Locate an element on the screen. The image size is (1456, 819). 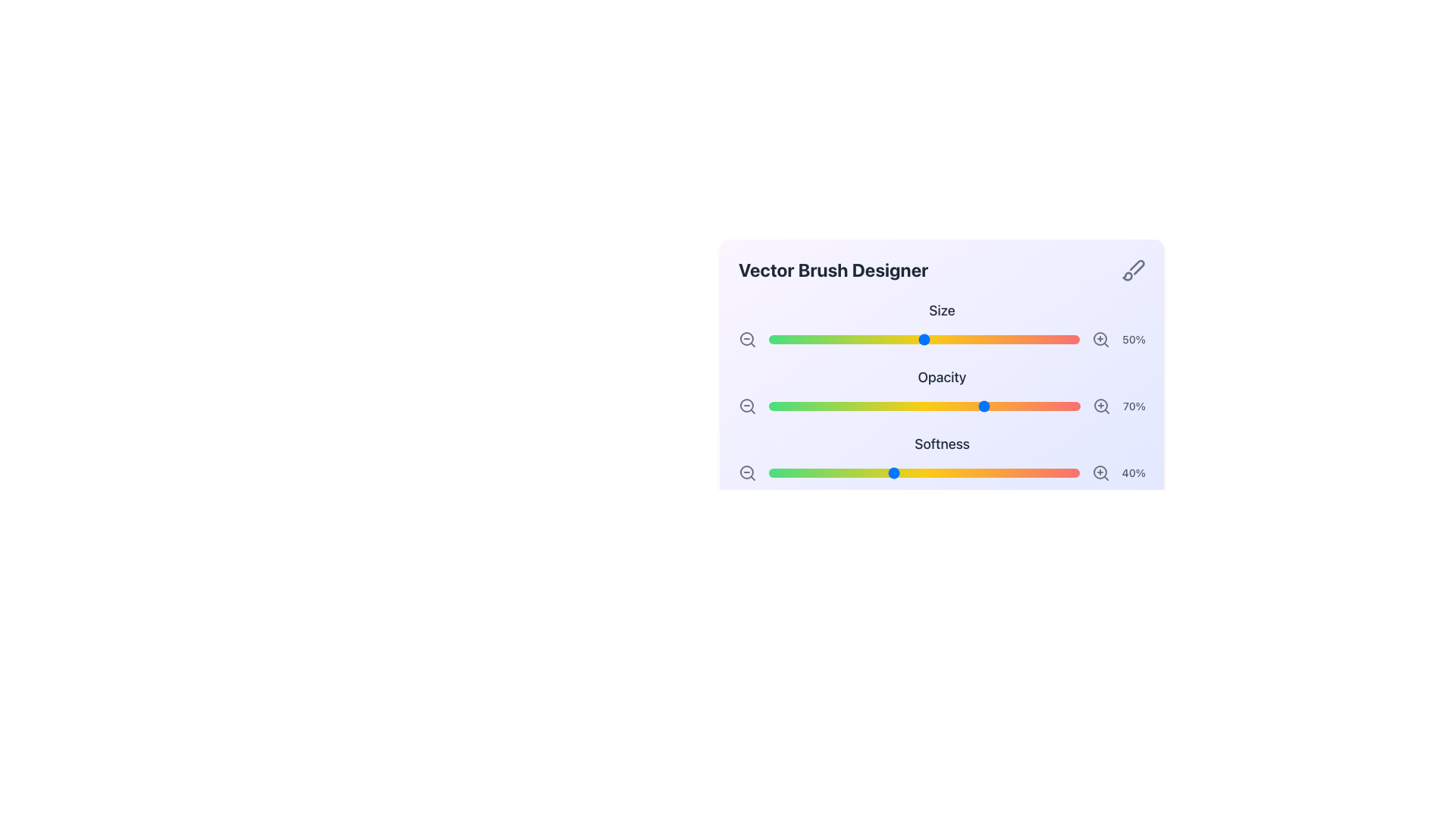
opacity is located at coordinates (927, 406).